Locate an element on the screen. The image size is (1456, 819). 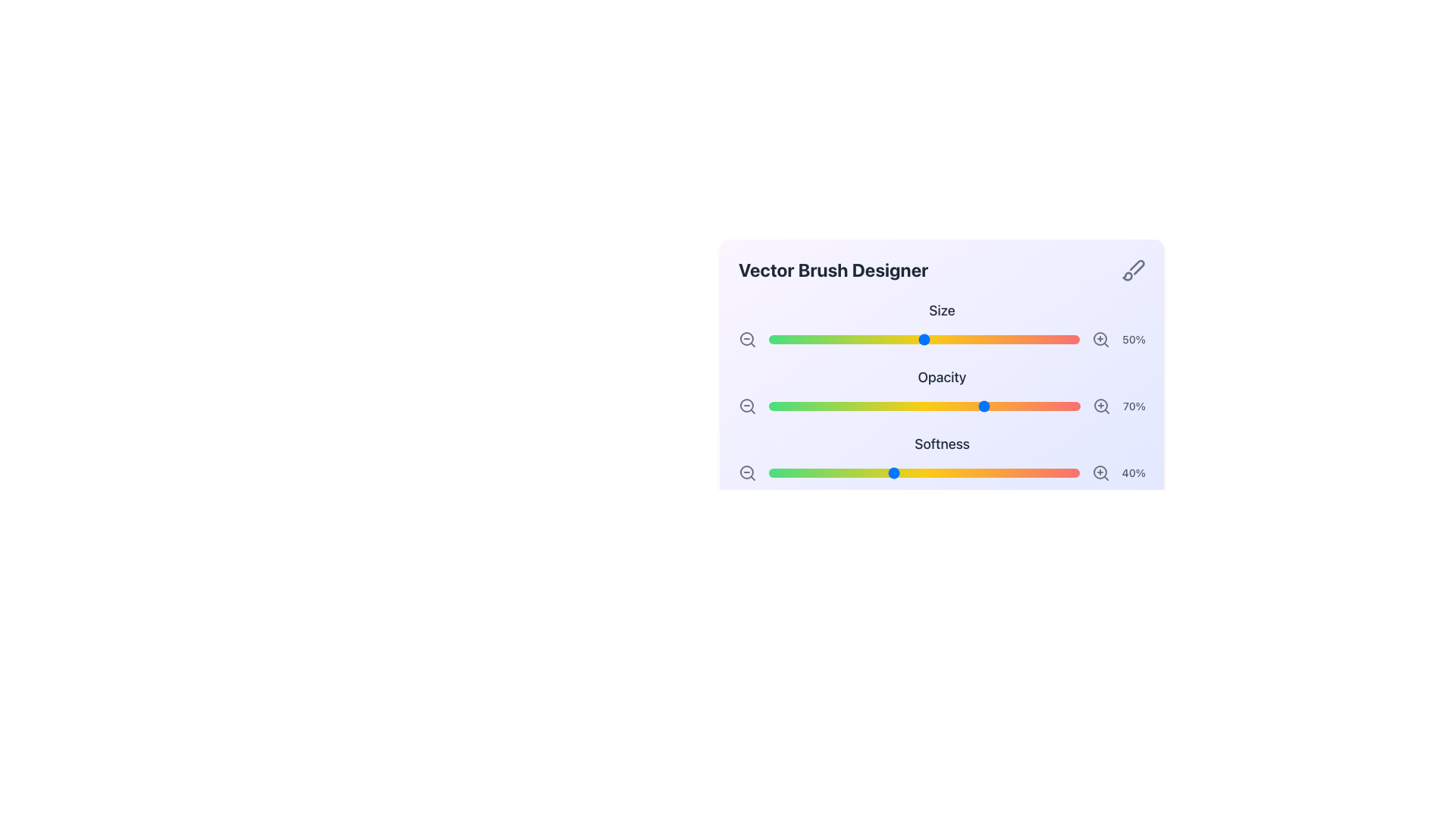
opacity is located at coordinates (927, 406).